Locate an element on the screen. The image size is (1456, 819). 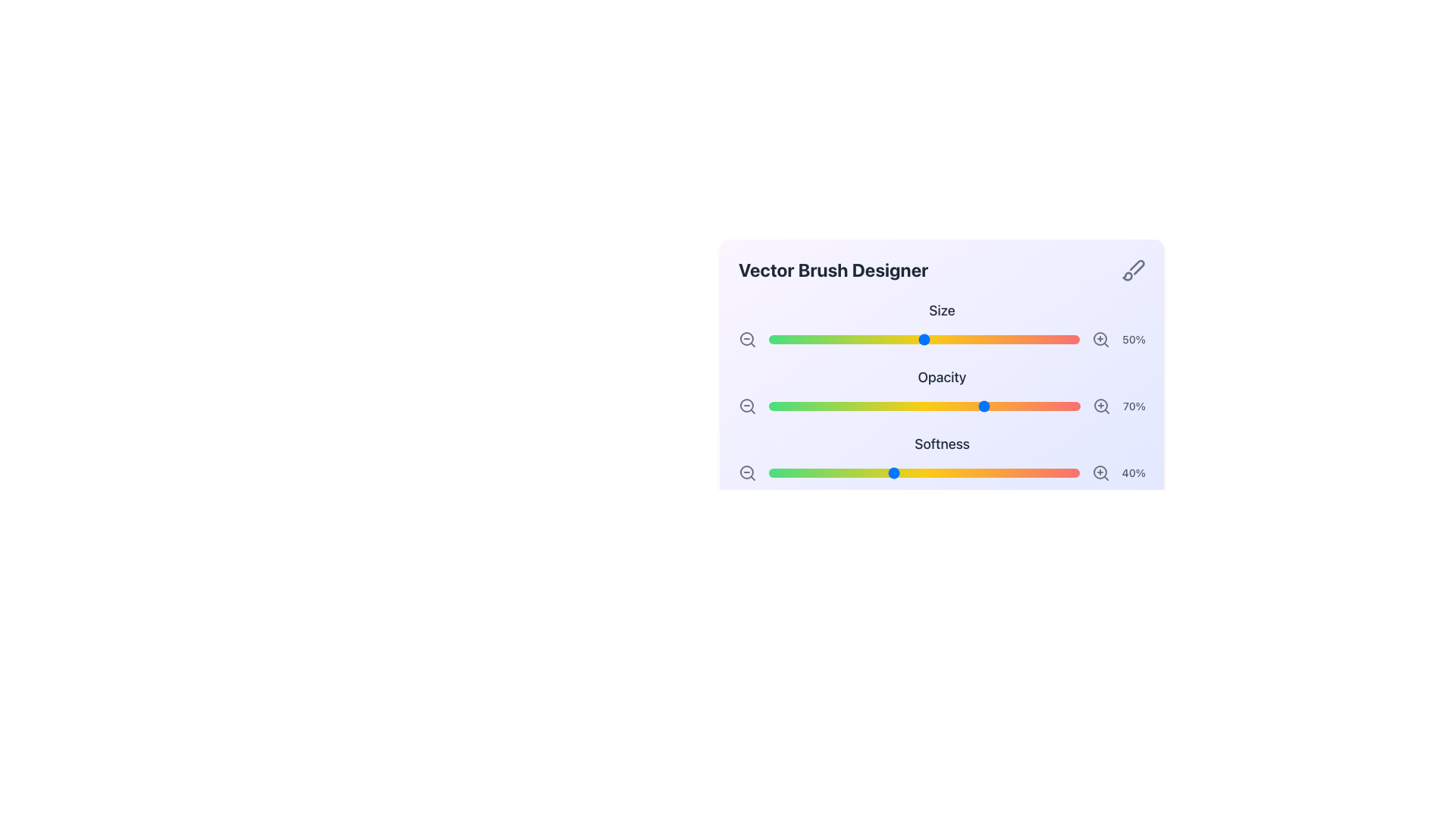
opacity is located at coordinates (927, 406).